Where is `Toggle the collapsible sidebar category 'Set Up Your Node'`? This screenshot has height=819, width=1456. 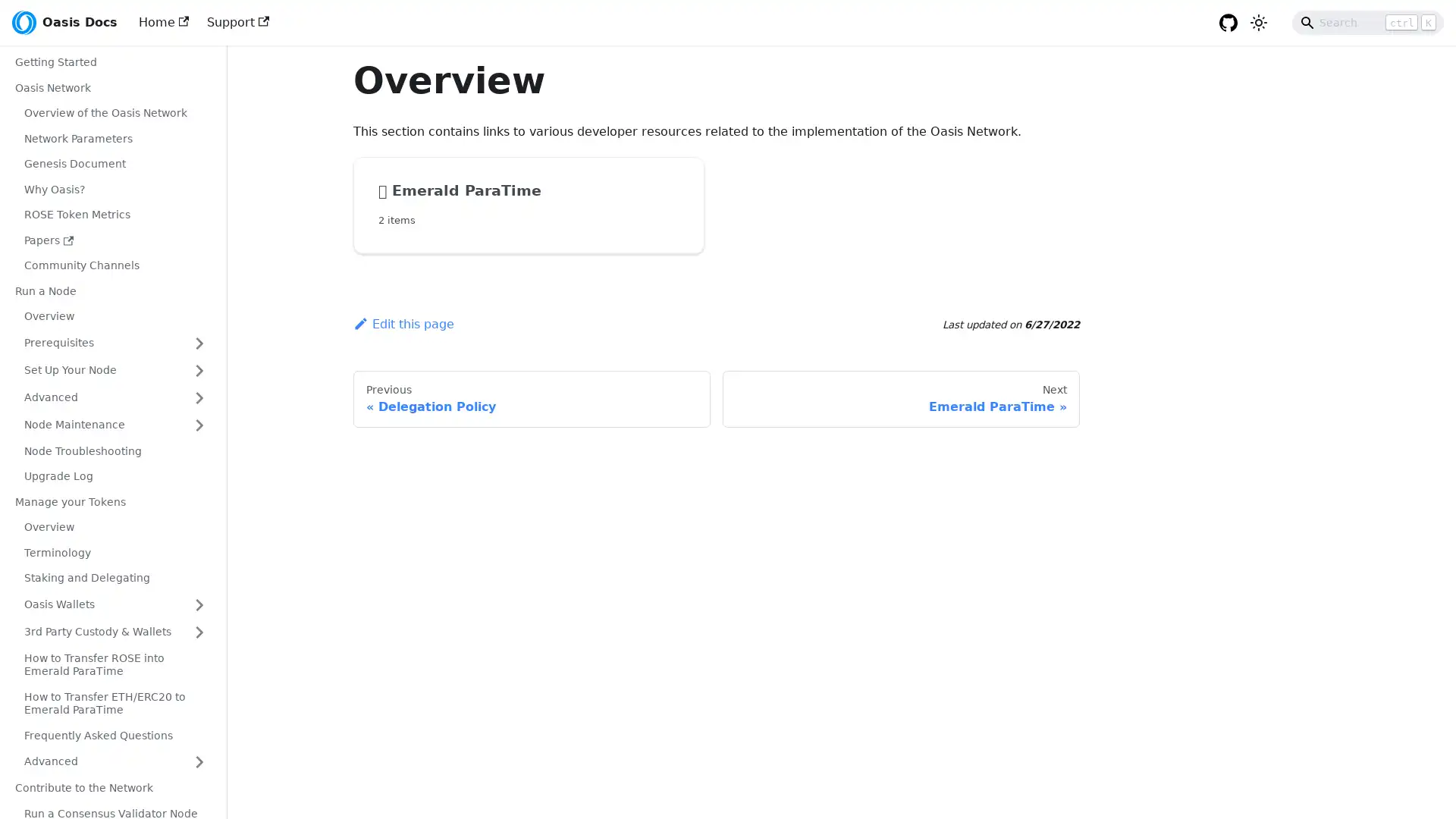
Toggle the collapsible sidebar category 'Set Up Your Node' is located at coordinates (199, 370).